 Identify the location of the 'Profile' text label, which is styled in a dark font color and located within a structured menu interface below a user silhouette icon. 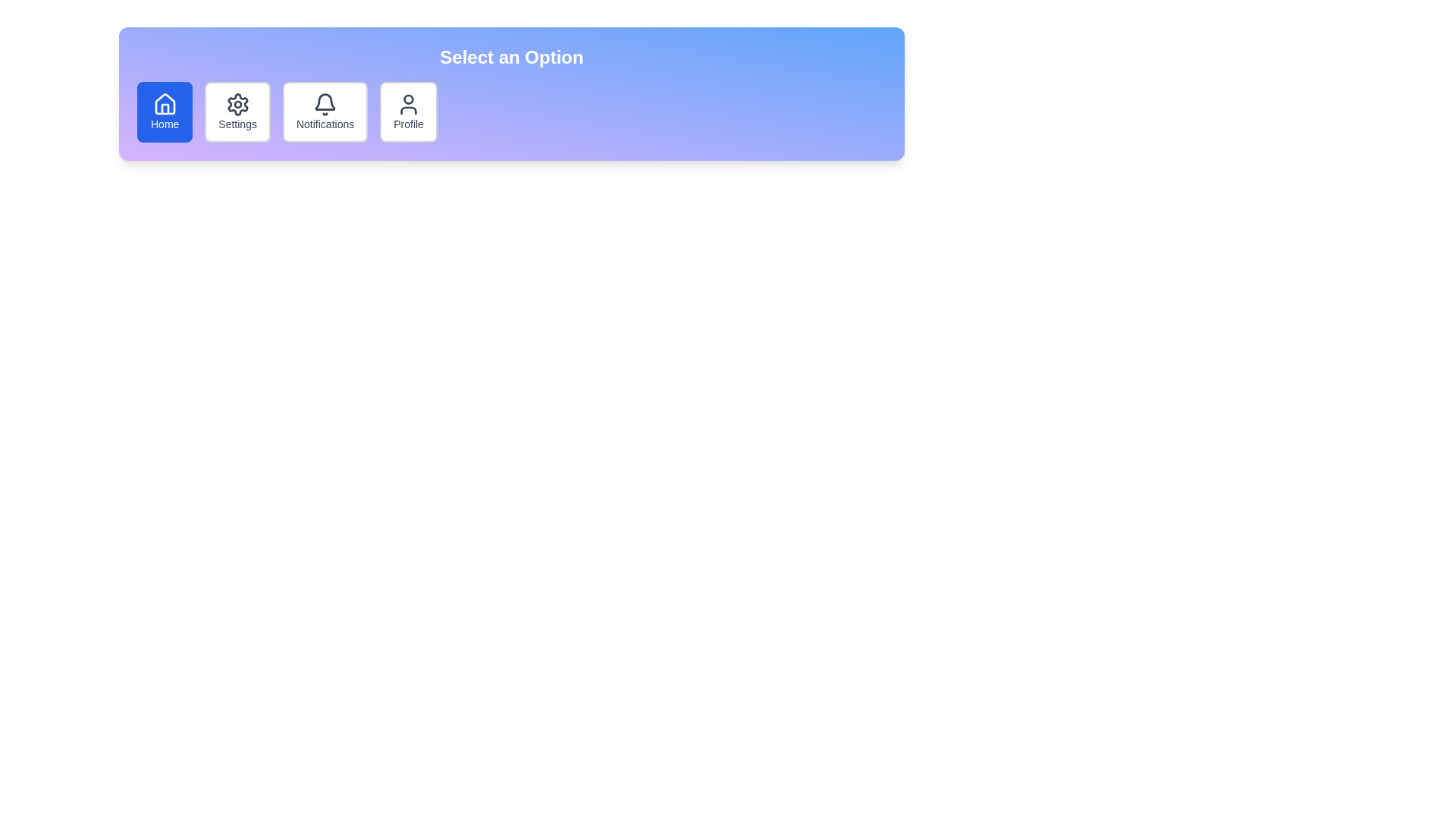
(409, 124).